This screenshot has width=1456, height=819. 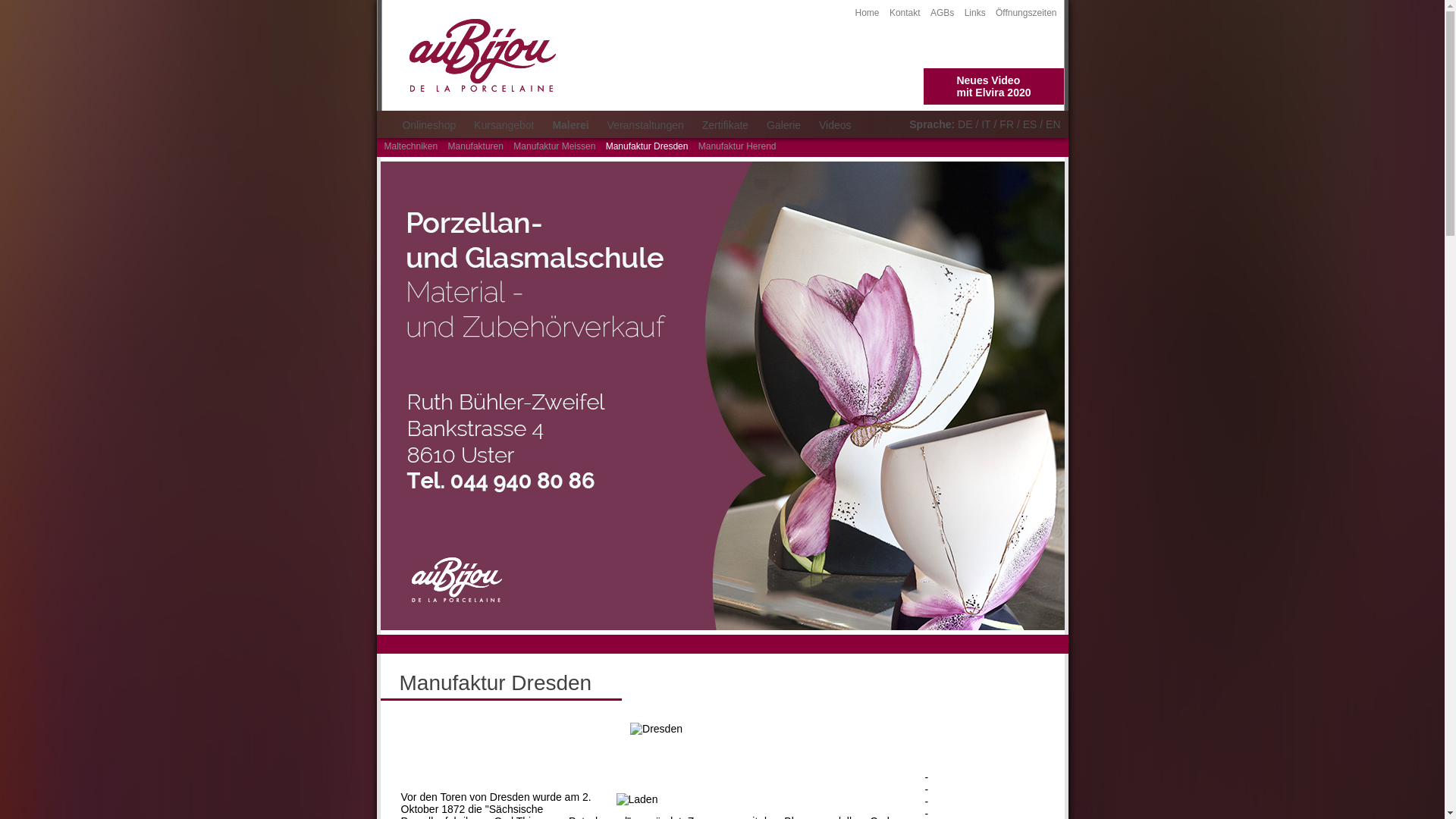 What do you see at coordinates (698, 146) in the screenshot?
I see `'Manufaktur Herend'` at bounding box center [698, 146].